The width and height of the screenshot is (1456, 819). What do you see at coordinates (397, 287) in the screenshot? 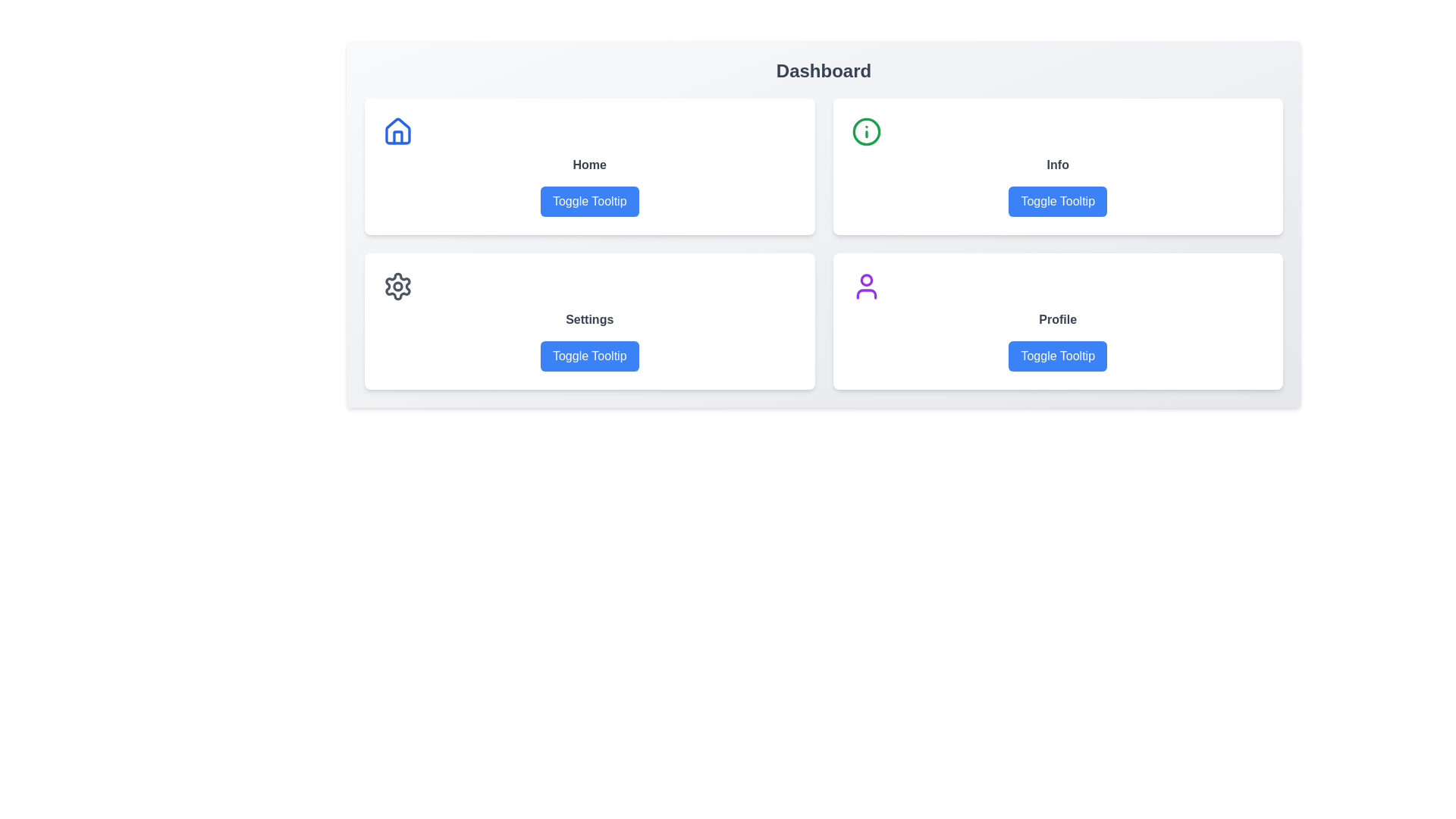
I see `the central circular part of the gear-shaped icon located within the 'Settings' card in the lower left quadrant of the interface` at bounding box center [397, 287].